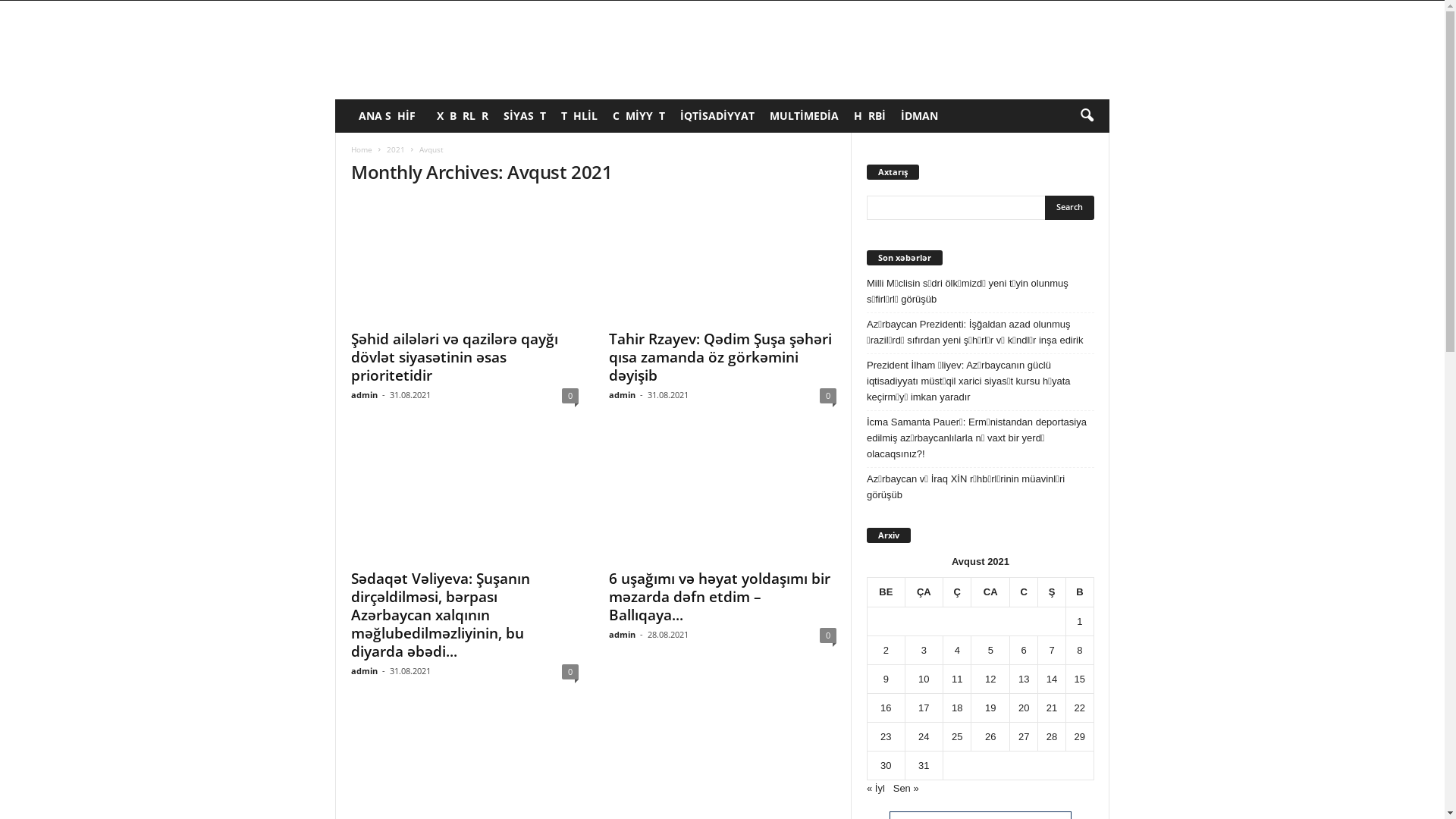  Describe the element at coordinates (1078, 649) in the screenshot. I see `'8'` at that location.